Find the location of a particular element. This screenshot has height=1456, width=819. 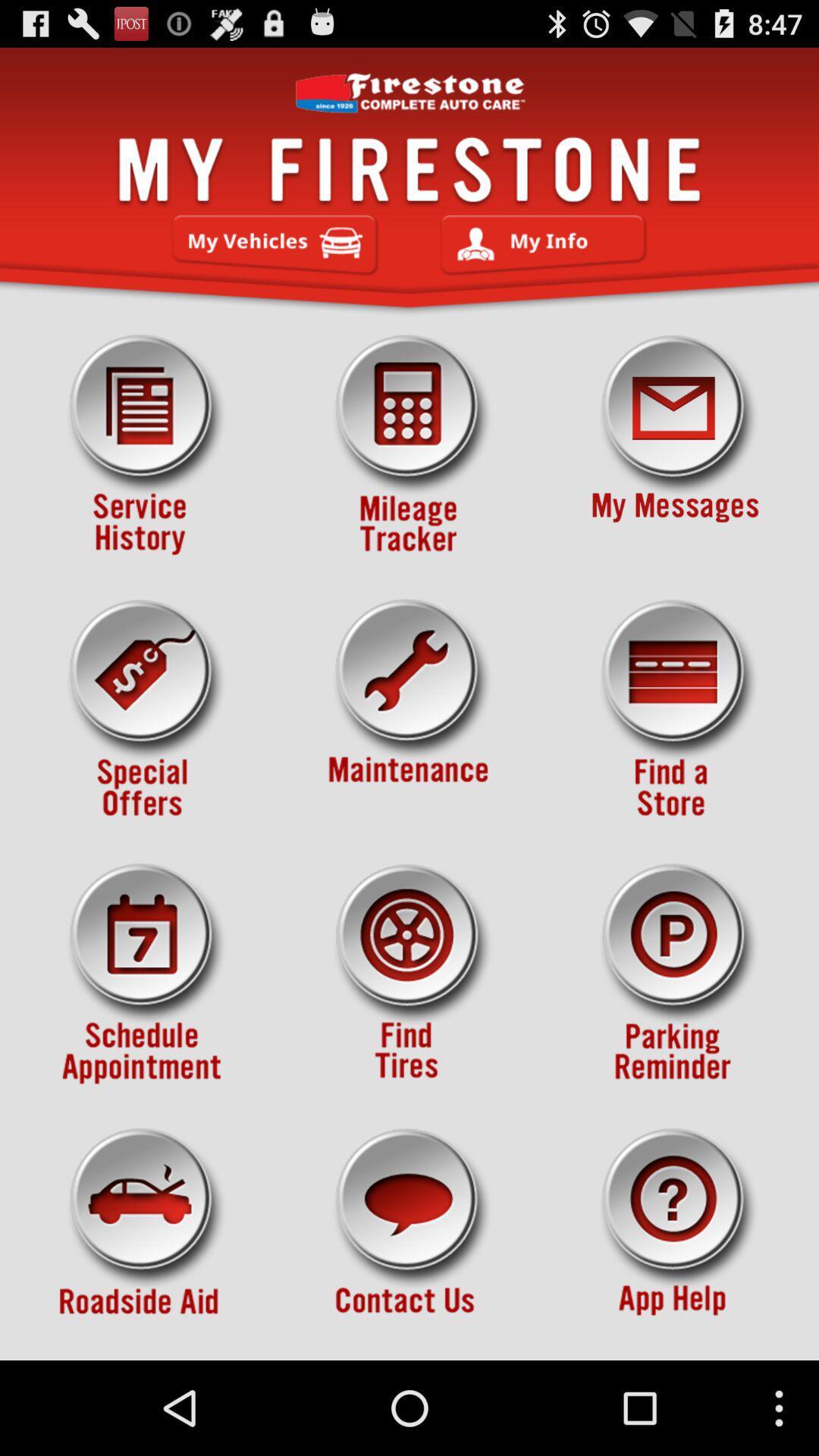

help is located at coordinates (675, 1238).